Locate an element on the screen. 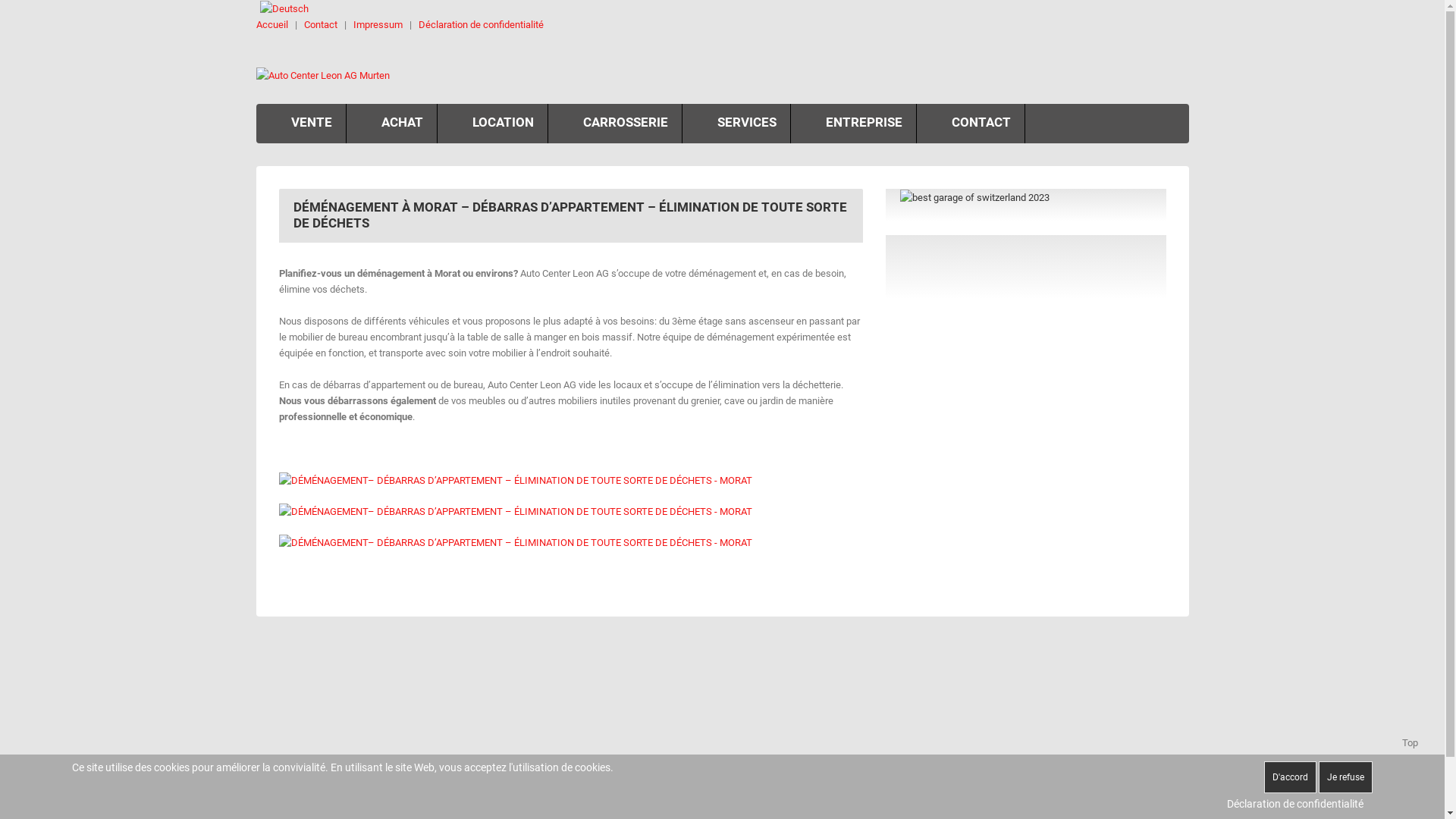  'ACHAT' is located at coordinates (391, 122).